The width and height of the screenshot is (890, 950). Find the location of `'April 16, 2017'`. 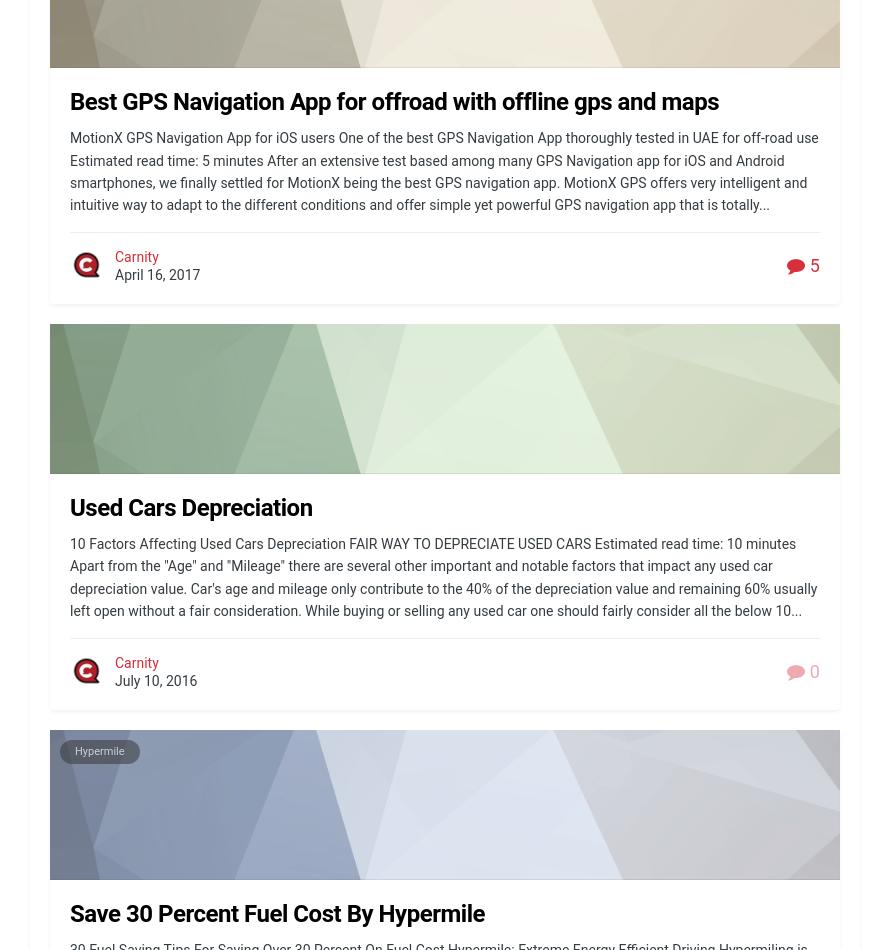

'April 16, 2017' is located at coordinates (157, 274).